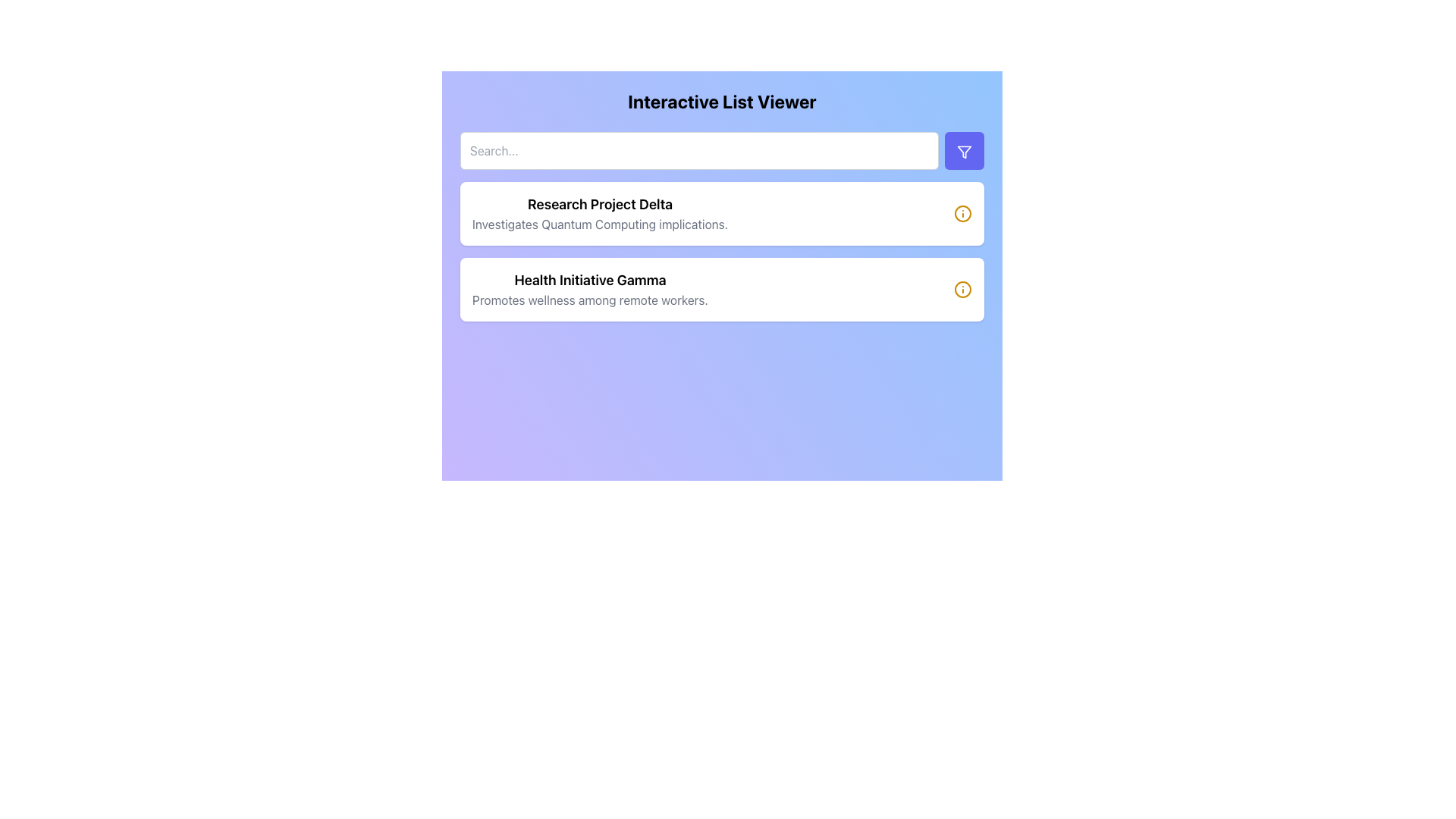  I want to click on the icon button shaped like an outlined circle with a dot centered within it, which is styled in yellow and is located to the far right within the 'Research Project Delta' card, so click(962, 213).